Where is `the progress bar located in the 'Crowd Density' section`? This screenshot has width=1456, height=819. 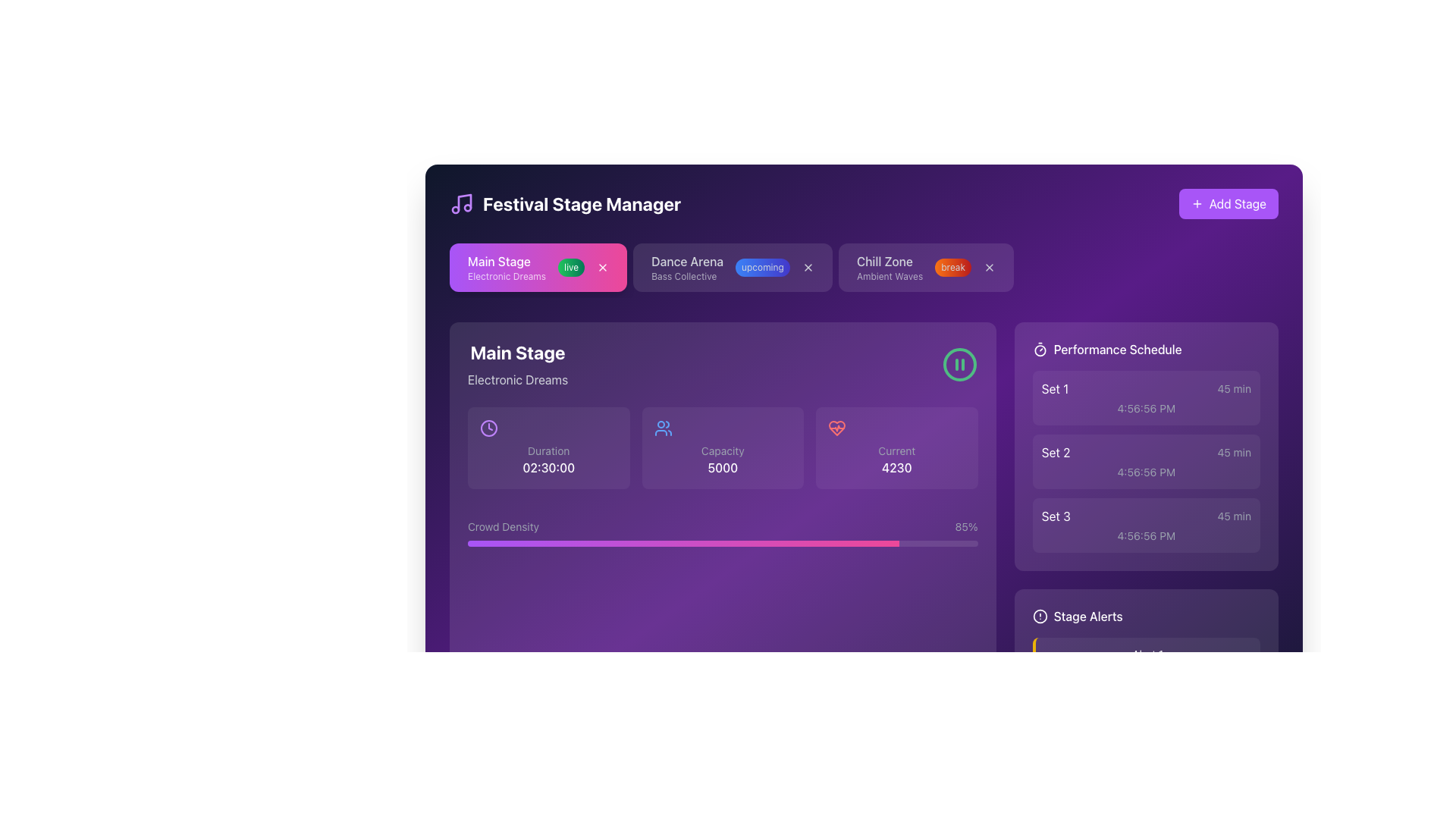 the progress bar located in the 'Crowd Density' section is located at coordinates (722, 543).